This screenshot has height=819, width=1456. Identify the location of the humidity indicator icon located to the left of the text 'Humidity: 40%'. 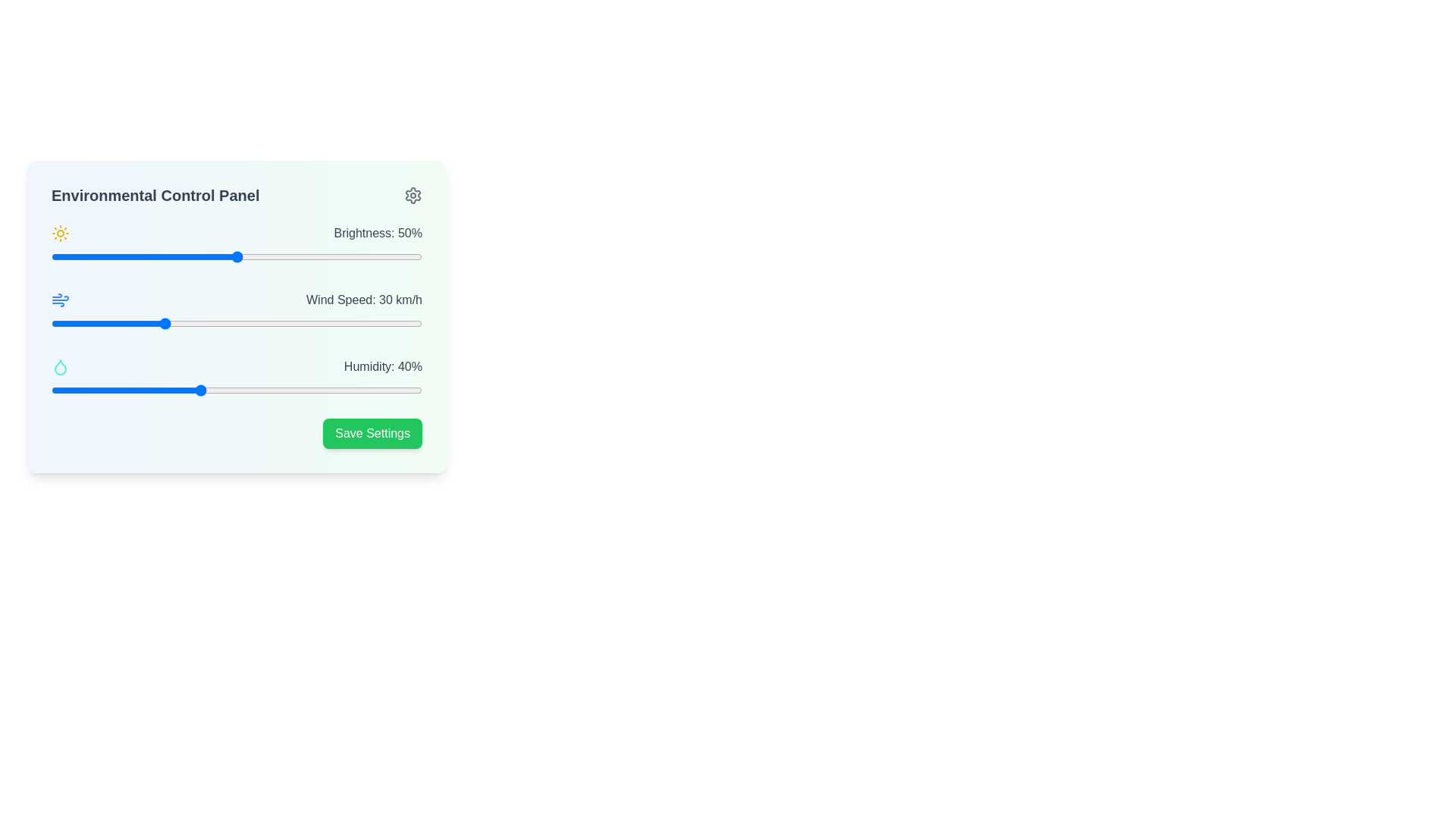
(61, 366).